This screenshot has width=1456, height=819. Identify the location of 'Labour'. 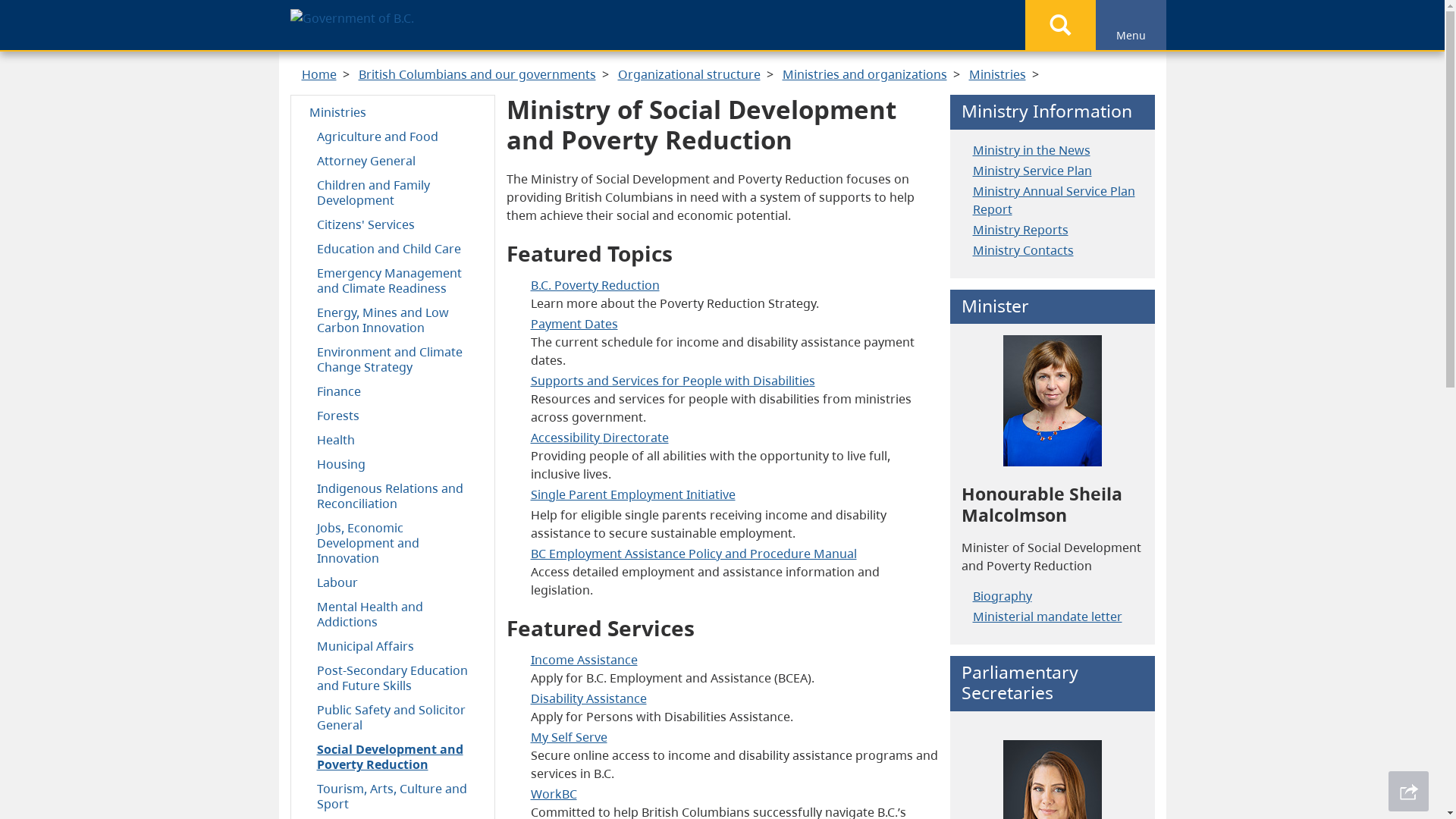
(393, 581).